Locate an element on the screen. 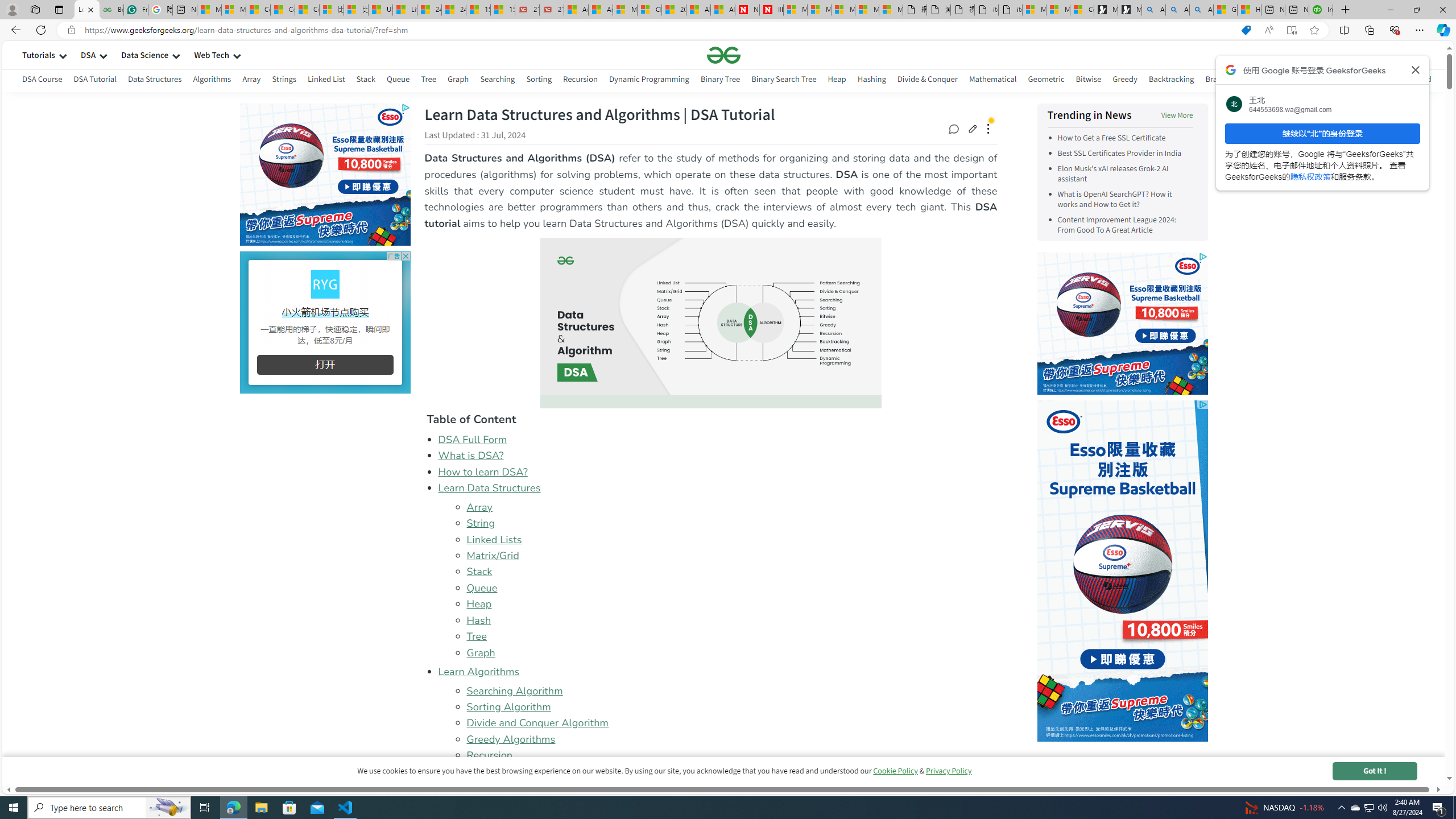  'DSA Course' is located at coordinates (42, 80).